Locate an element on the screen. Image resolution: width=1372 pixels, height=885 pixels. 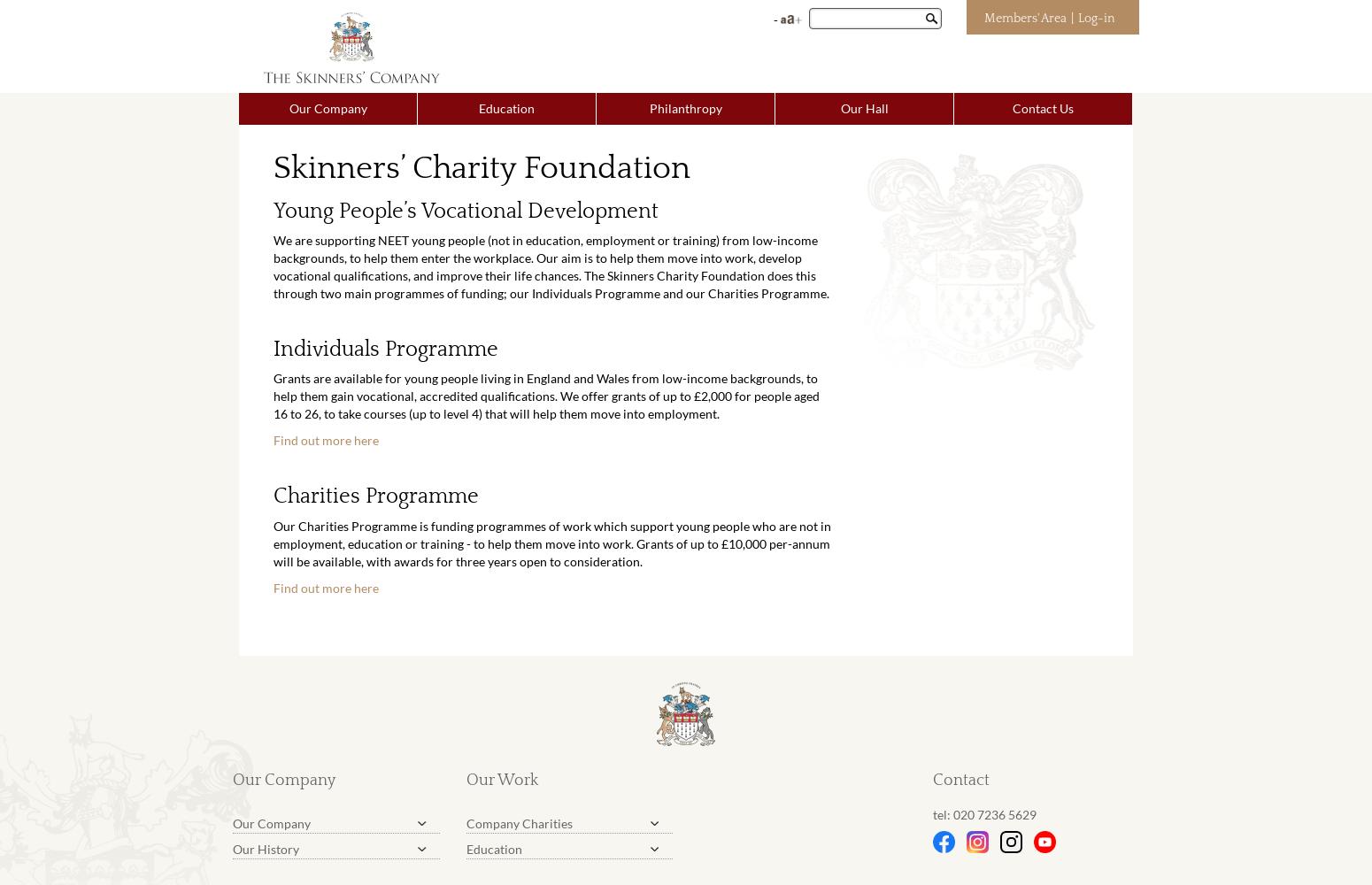
'Contact' is located at coordinates (960, 781).